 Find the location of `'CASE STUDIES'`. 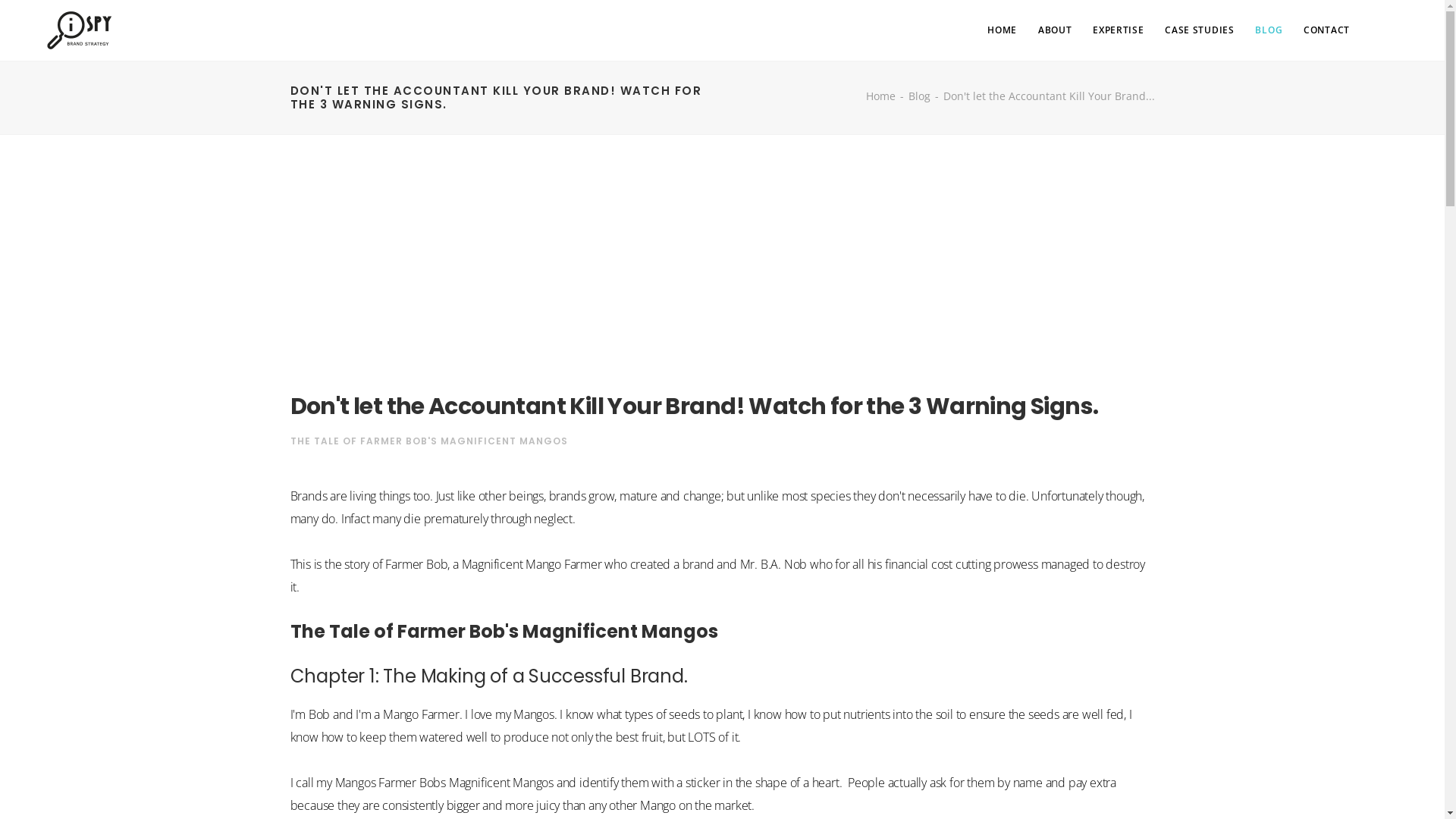

'CASE STUDIES' is located at coordinates (1164, 30).